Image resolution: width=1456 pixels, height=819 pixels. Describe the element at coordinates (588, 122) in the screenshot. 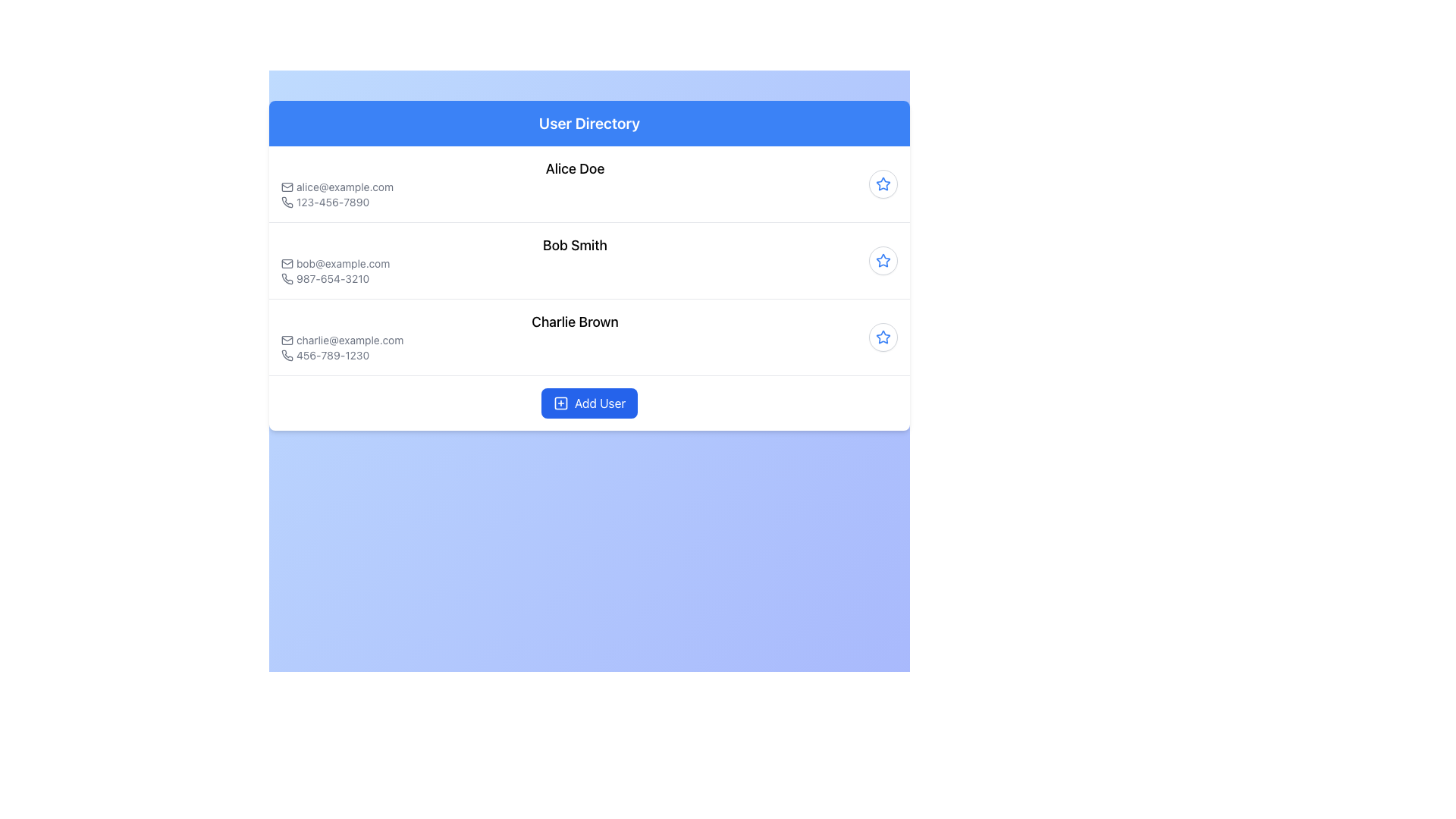

I see `the Header section with a vivid blue background that contains the centered white text reading 'User Directory'` at that location.